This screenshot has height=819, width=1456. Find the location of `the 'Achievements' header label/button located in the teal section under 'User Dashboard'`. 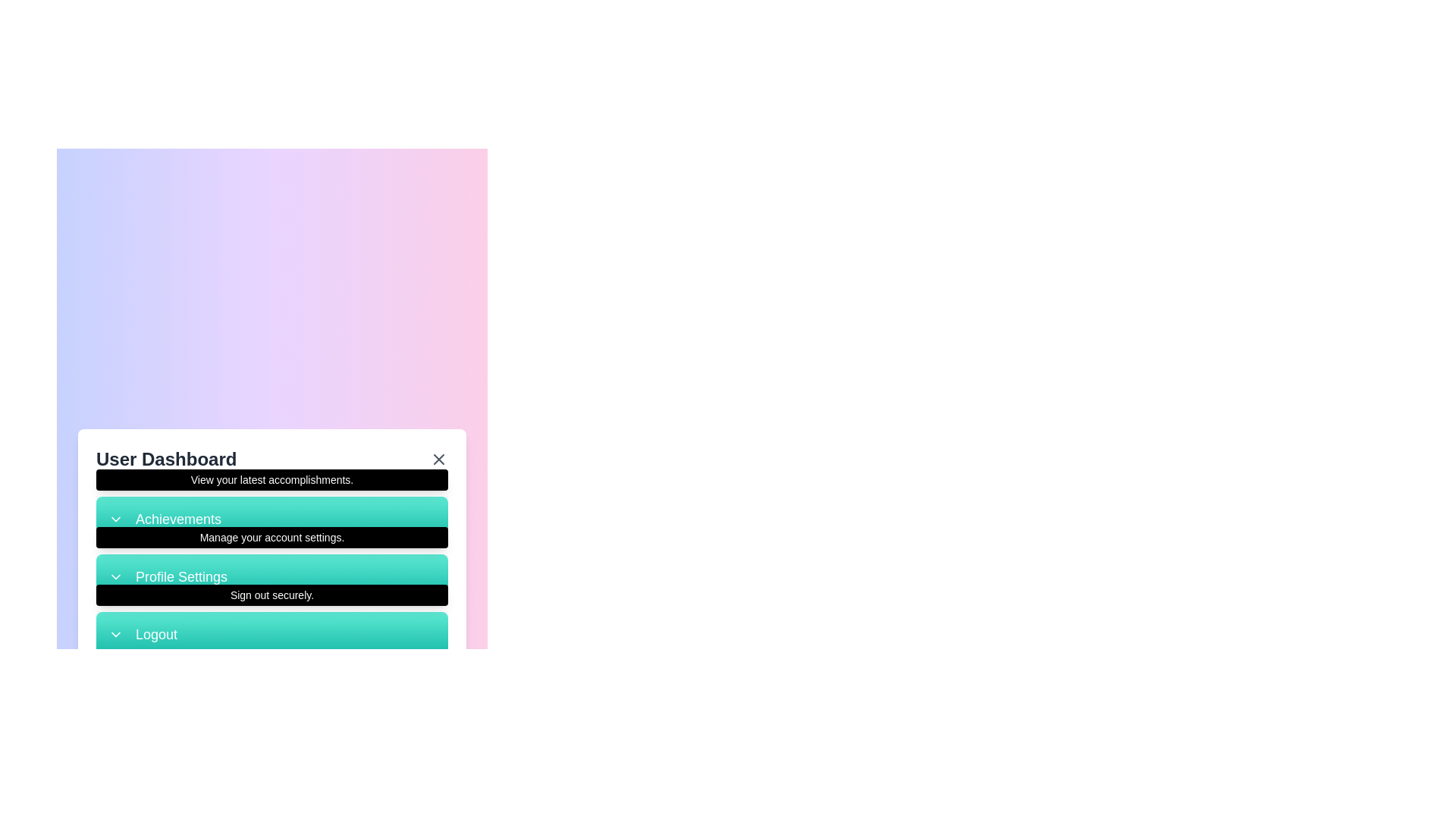

the 'Achievements' header label/button located in the teal section under 'User Dashboard' is located at coordinates (272, 517).